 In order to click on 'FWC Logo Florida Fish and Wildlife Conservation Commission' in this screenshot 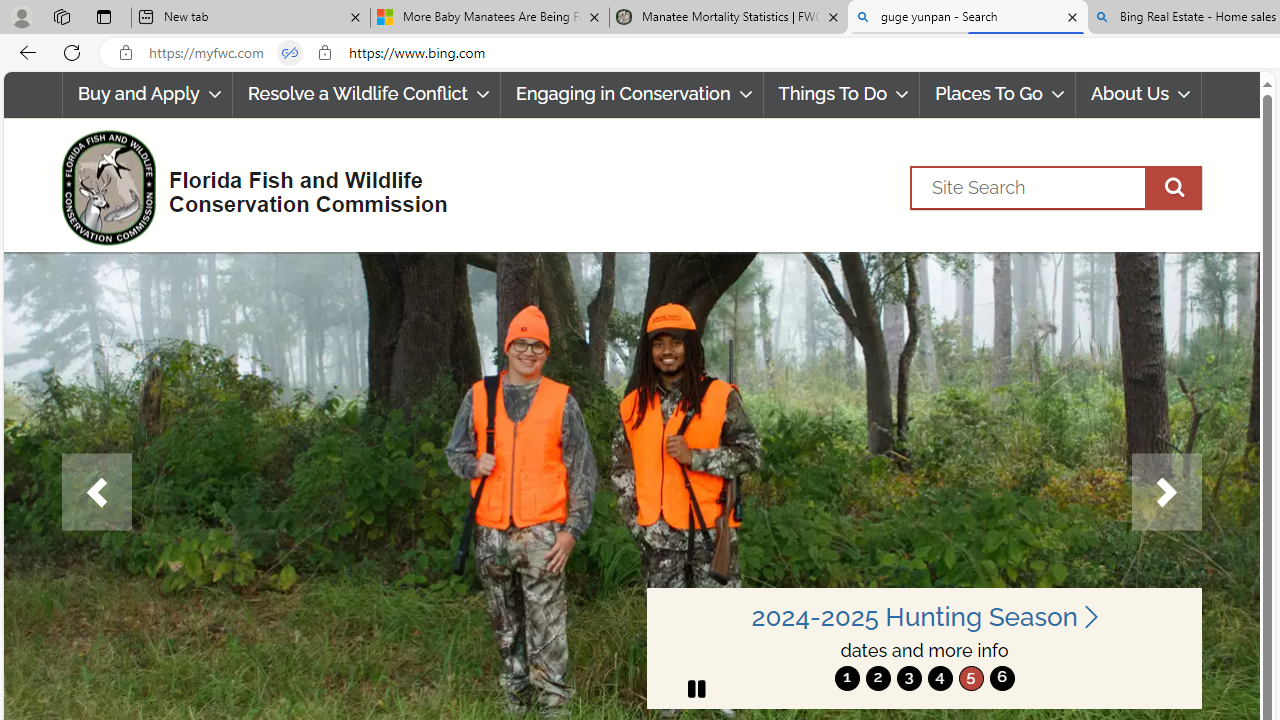, I will do `click(245, 185)`.